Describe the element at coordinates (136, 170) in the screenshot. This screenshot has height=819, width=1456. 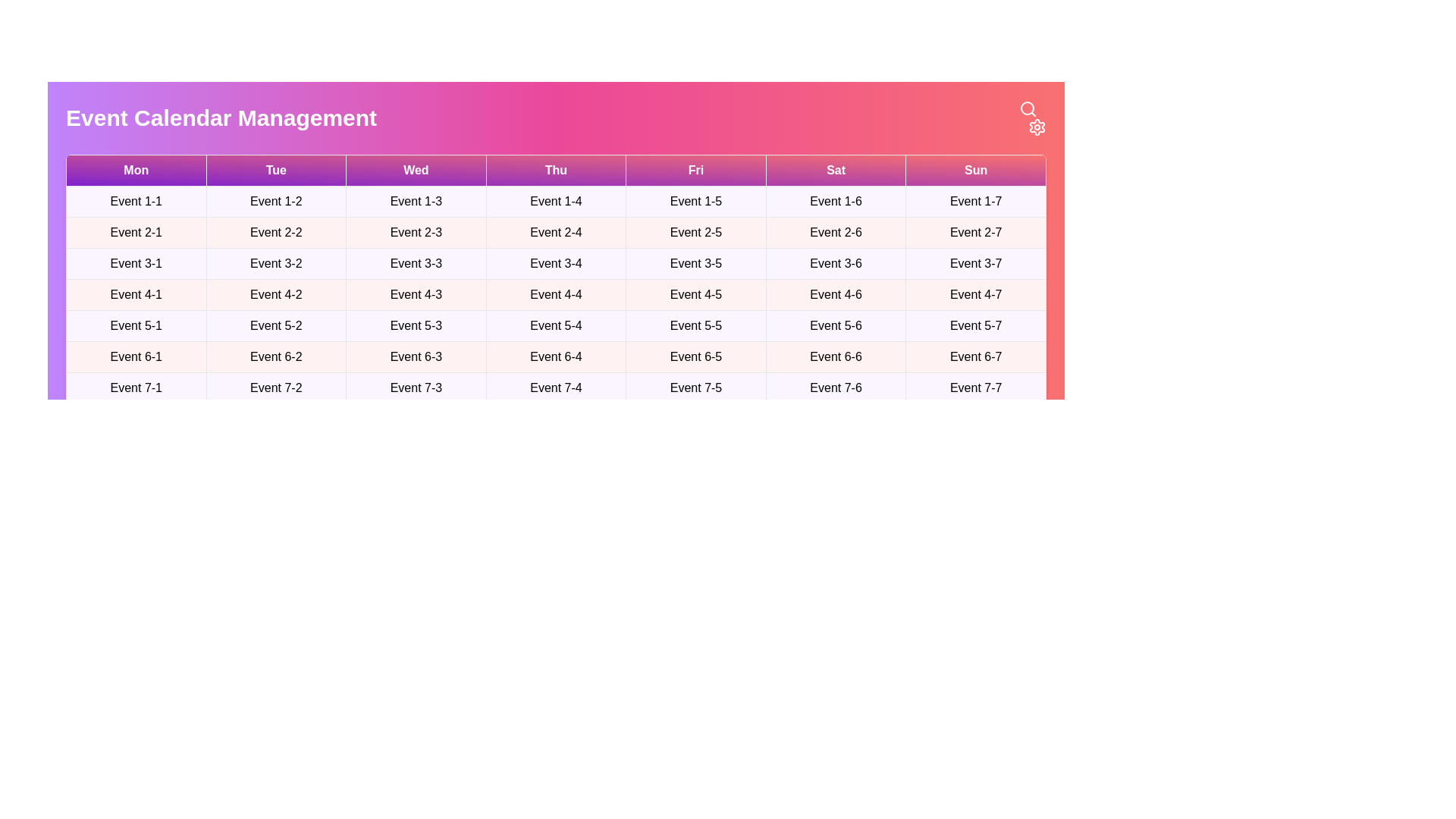
I see `the table header corresponding to Mon` at that location.